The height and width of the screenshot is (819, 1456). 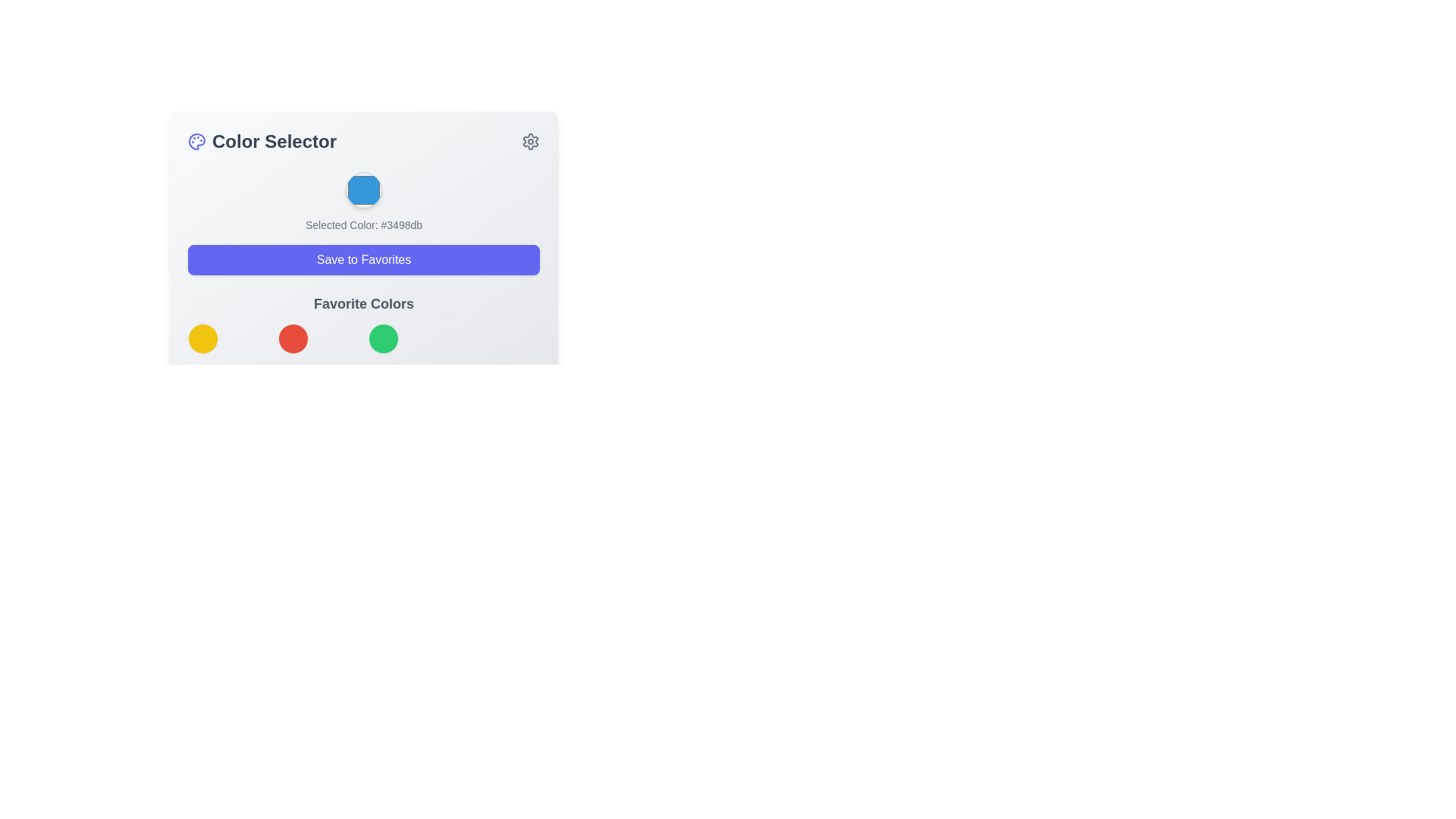 What do you see at coordinates (364, 259) in the screenshot?
I see `the save color button located at the bottom of the vertical group of UI elements` at bounding box center [364, 259].